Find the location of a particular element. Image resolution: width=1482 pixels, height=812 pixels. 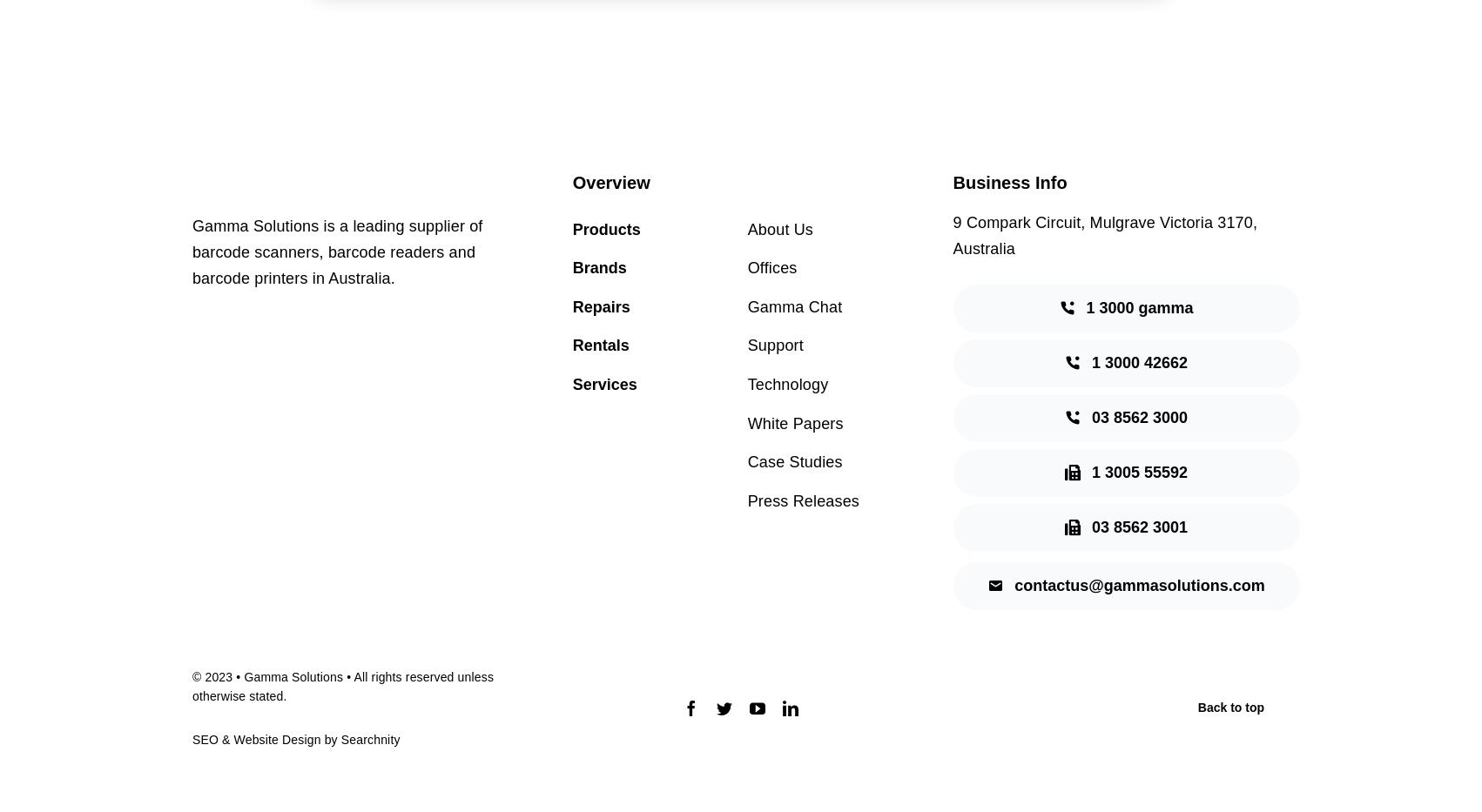

'Technology' is located at coordinates (787, 383).